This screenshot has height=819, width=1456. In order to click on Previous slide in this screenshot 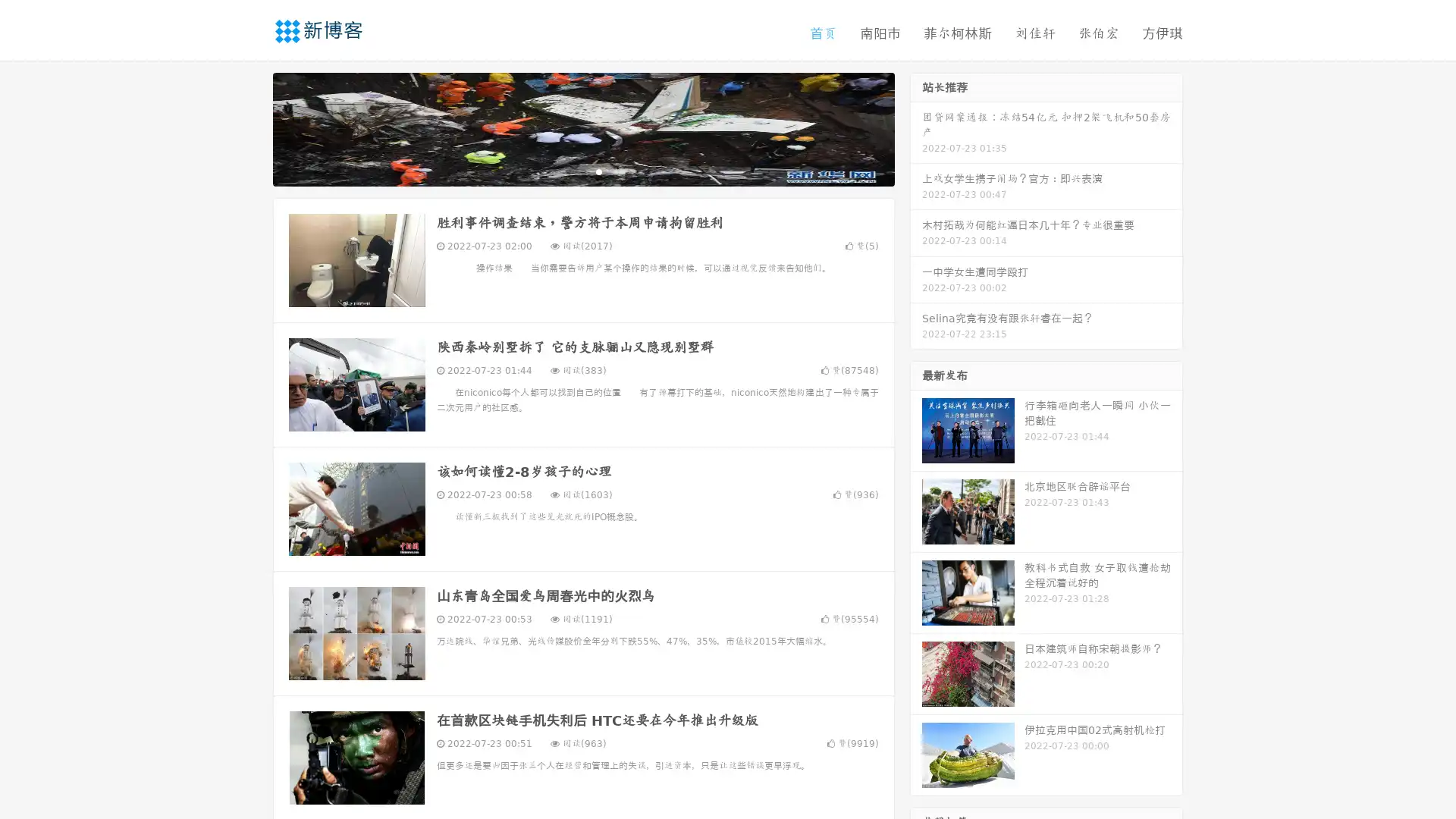, I will do `click(250, 127)`.